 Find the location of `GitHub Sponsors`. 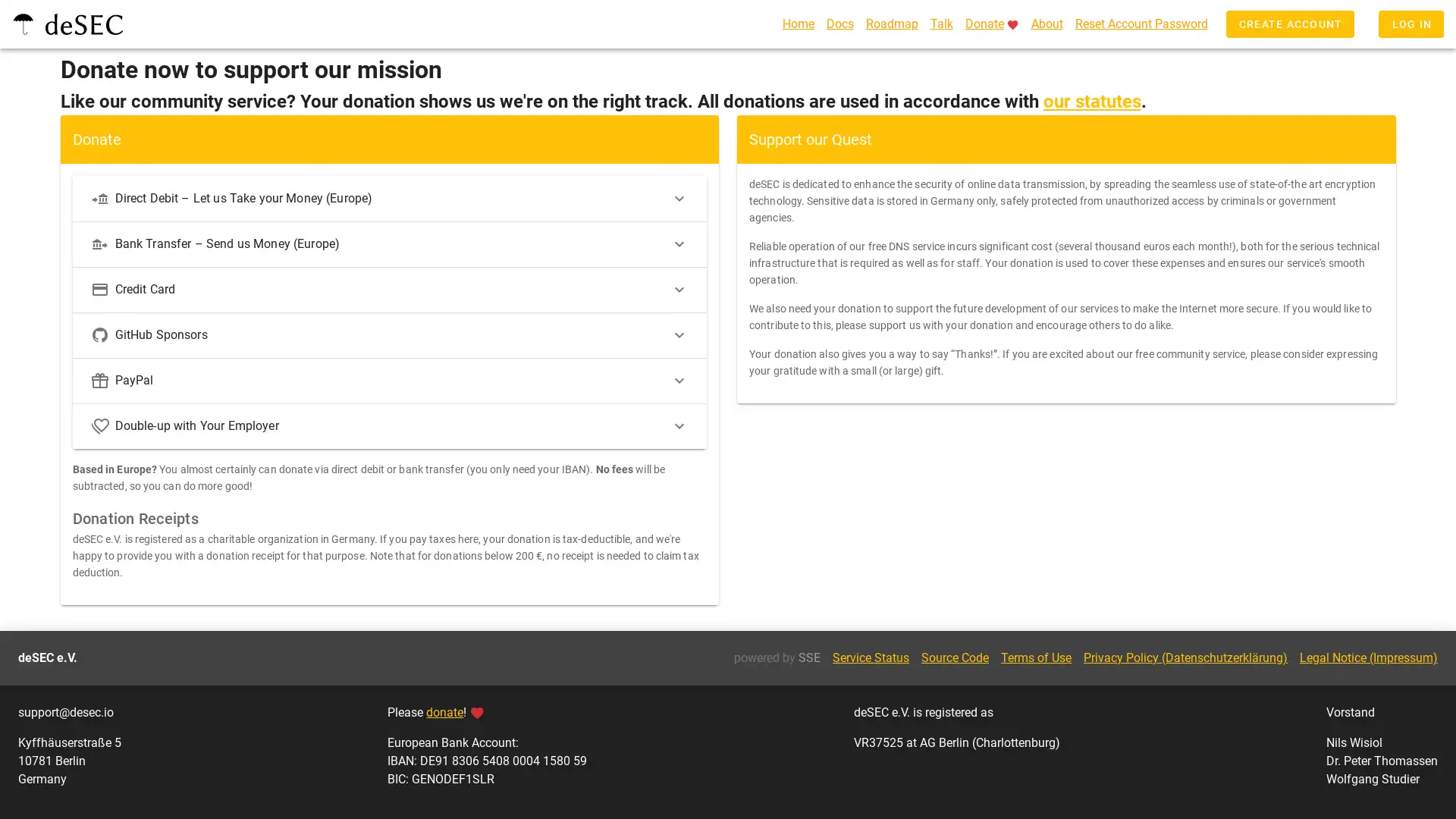

GitHub Sponsors is located at coordinates (389, 341).